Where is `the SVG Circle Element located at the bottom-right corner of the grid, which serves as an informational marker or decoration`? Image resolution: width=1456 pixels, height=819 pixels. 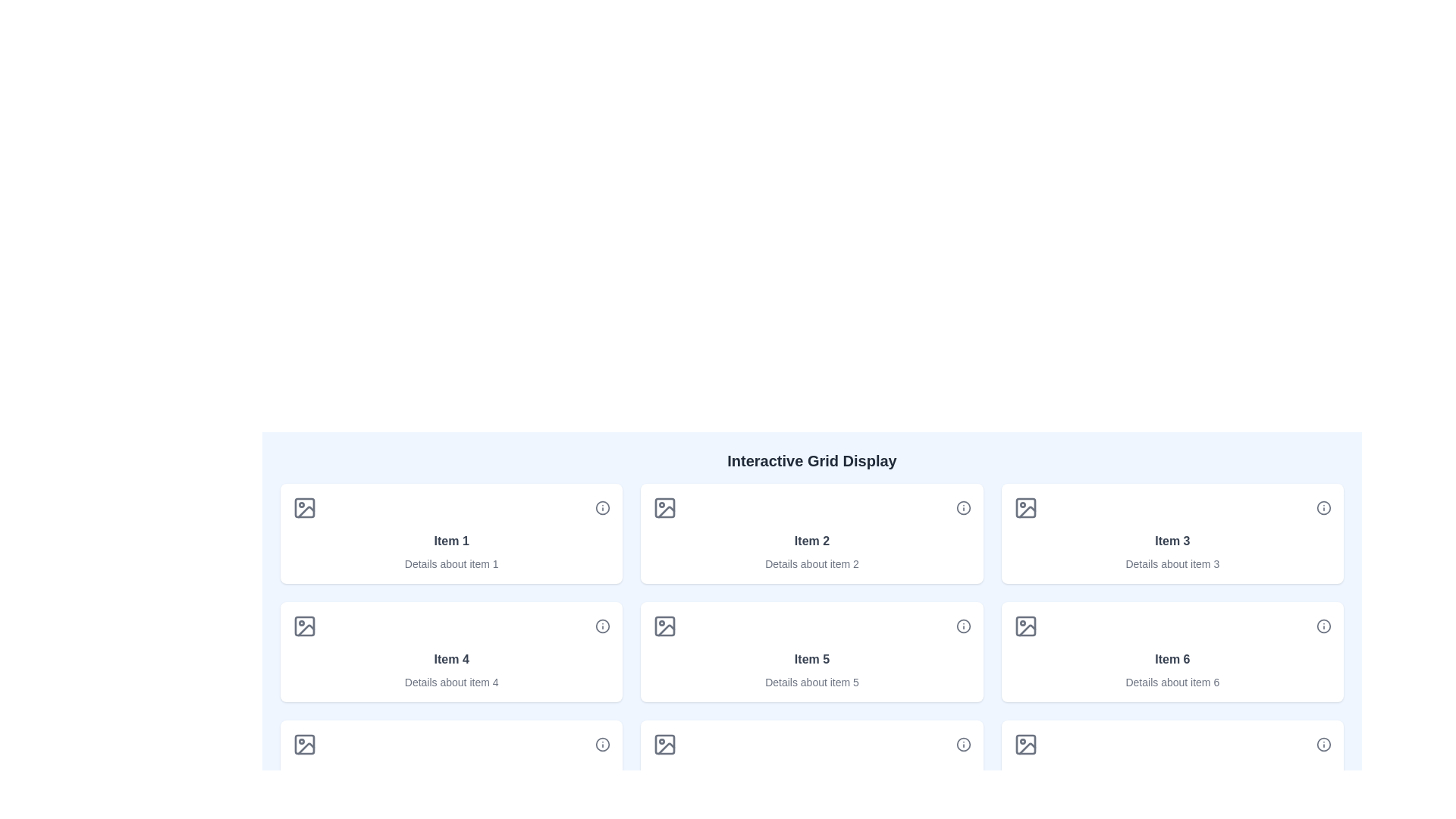 the SVG Circle Element located at the bottom-right corner of the grid, which serves as an informational marker or decoration is located at coordinates (602, 744).